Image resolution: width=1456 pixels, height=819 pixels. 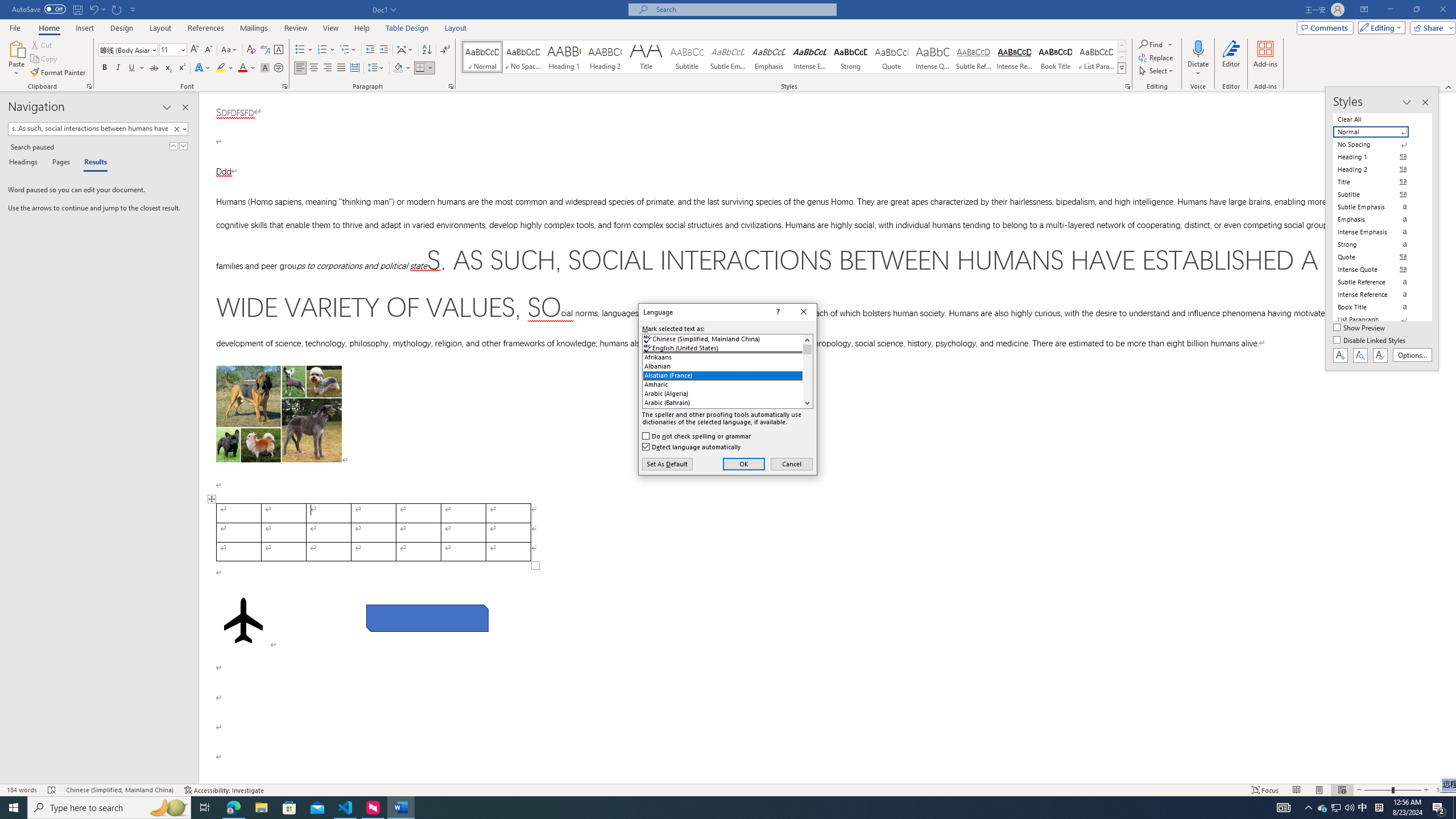 I want to click on 'Action Center, 2 new notifications', so click(x=1439, y=806).